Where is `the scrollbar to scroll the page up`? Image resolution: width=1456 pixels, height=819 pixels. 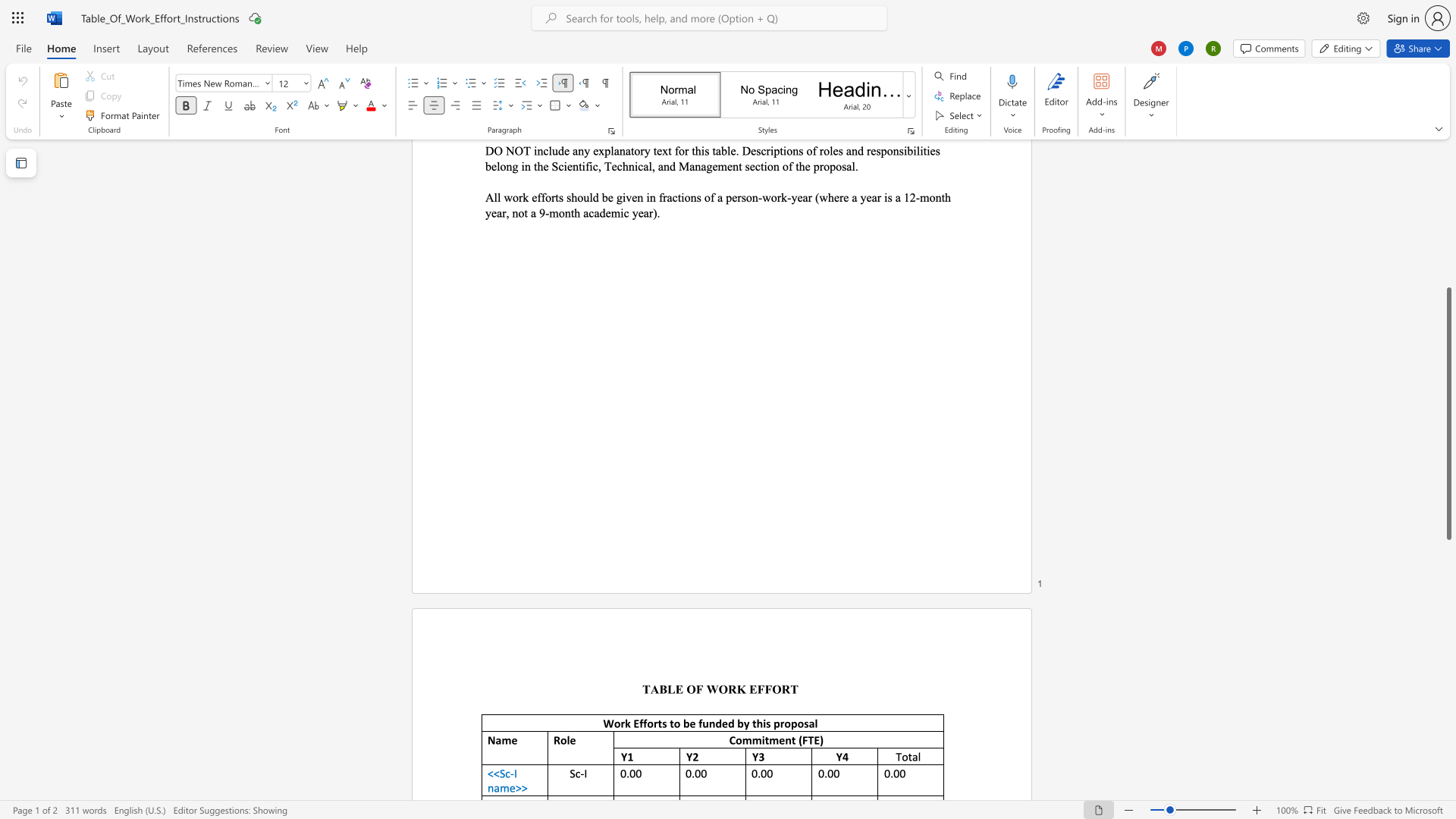
the scrollbar to scroll the page up is located at coordinates (1448, 174).